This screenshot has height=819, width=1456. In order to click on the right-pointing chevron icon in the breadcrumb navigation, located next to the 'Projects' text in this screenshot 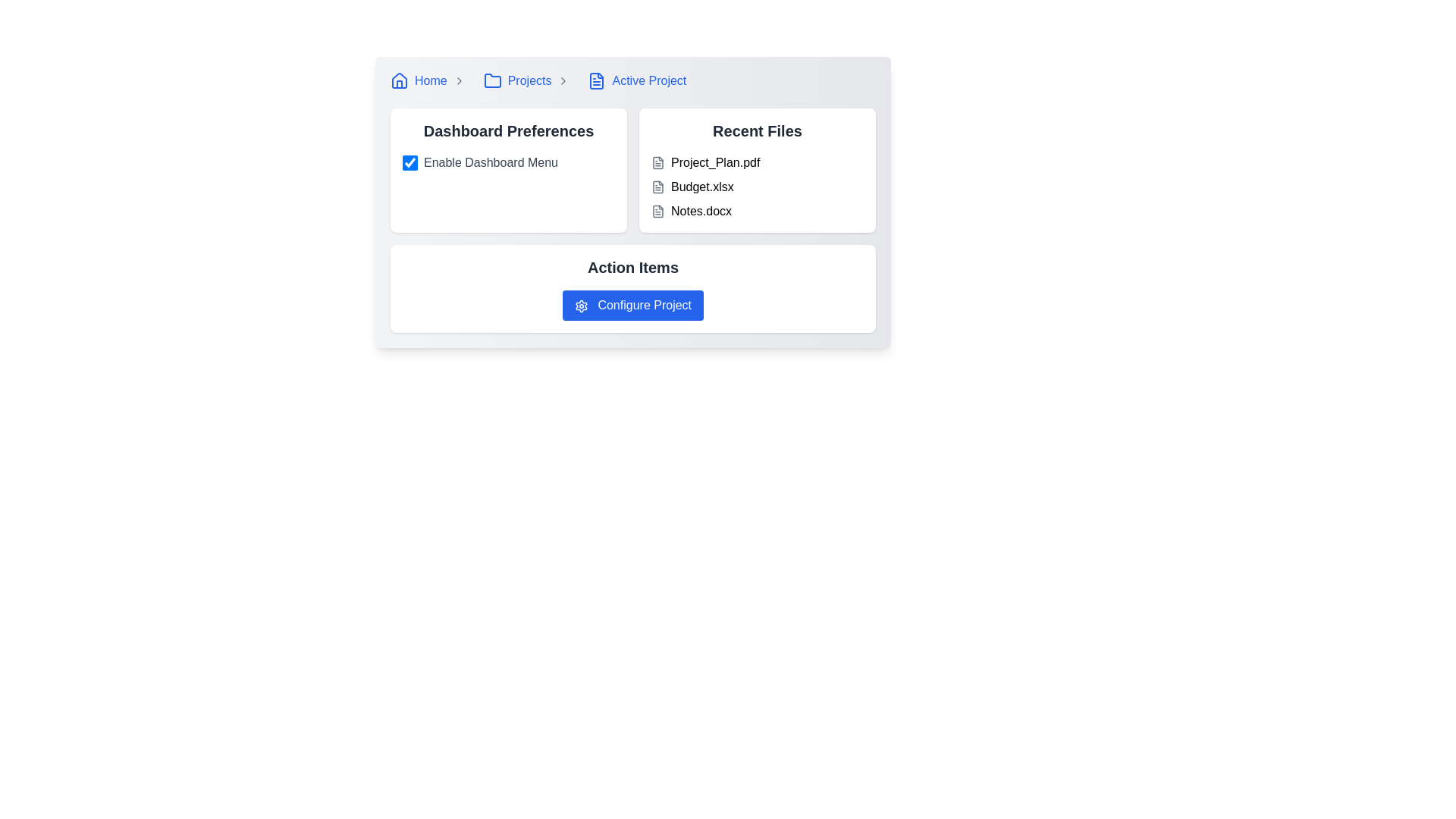, I will do `click(563, 81)`.